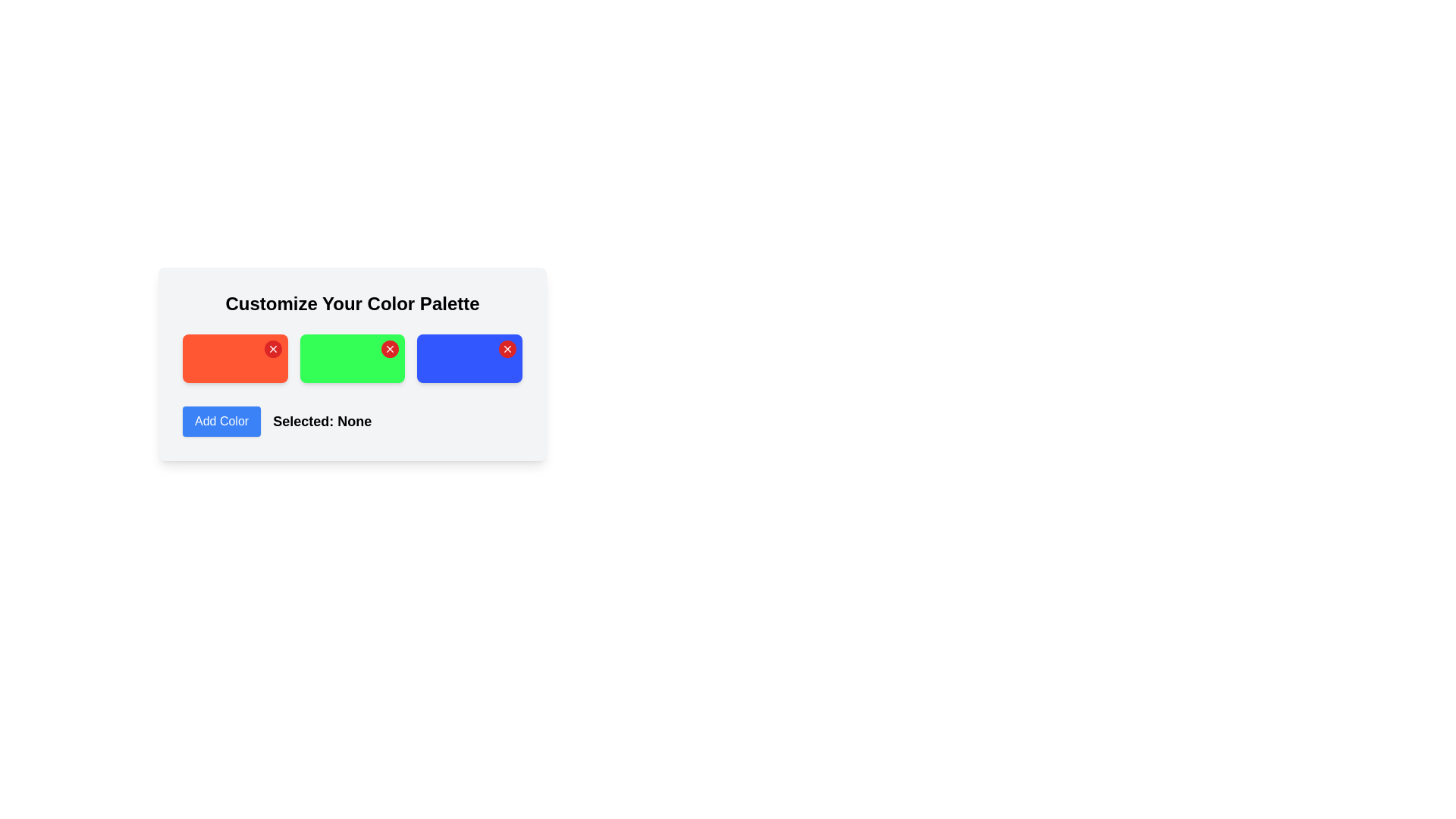 Image resolution: width=1456 pixels, height=819 pixels. I want to click on the text labeled 'Selected: None' which is bold and slightly larger, positioned within a light gray background to the right of the 'Add Color' button, so click(322, 421).